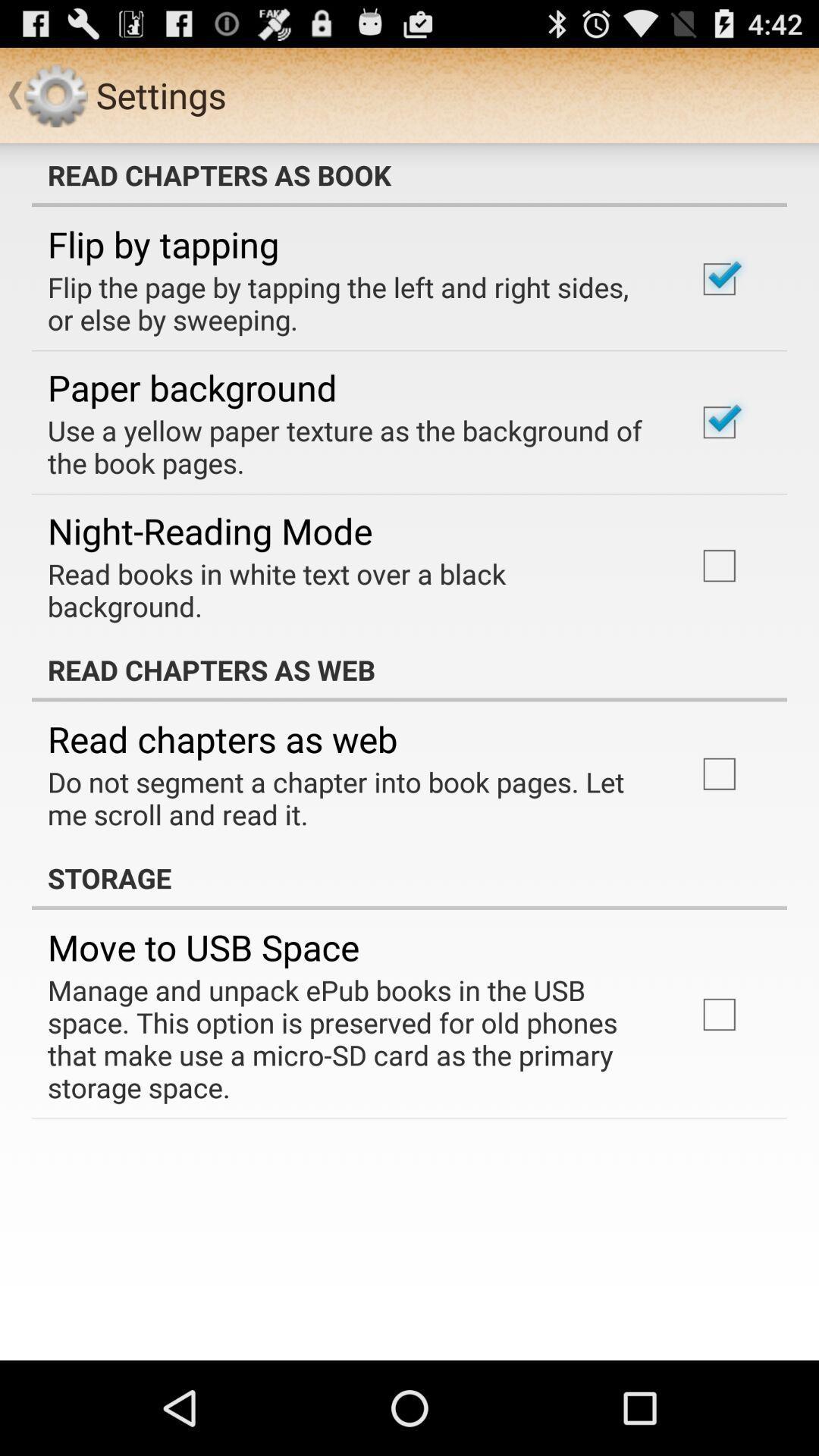 This screenshot has height=1456, width=819. Describe the element at coordinates (202, 946) in the screenshot. I see `the icon above the manage and unpack` at that location.